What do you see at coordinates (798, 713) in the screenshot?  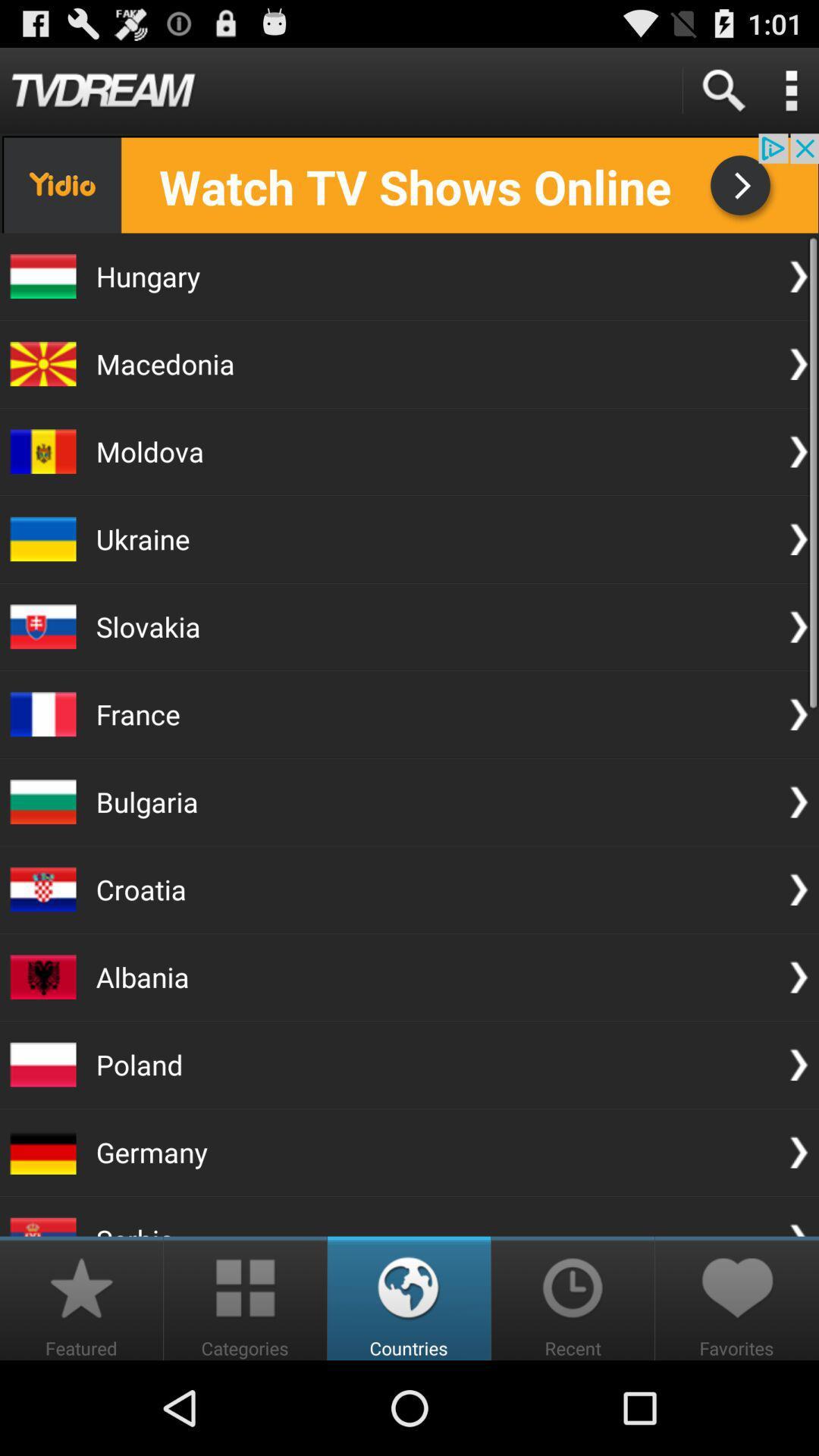 I see `the arrow next to france` at bounding box center [798, 713].